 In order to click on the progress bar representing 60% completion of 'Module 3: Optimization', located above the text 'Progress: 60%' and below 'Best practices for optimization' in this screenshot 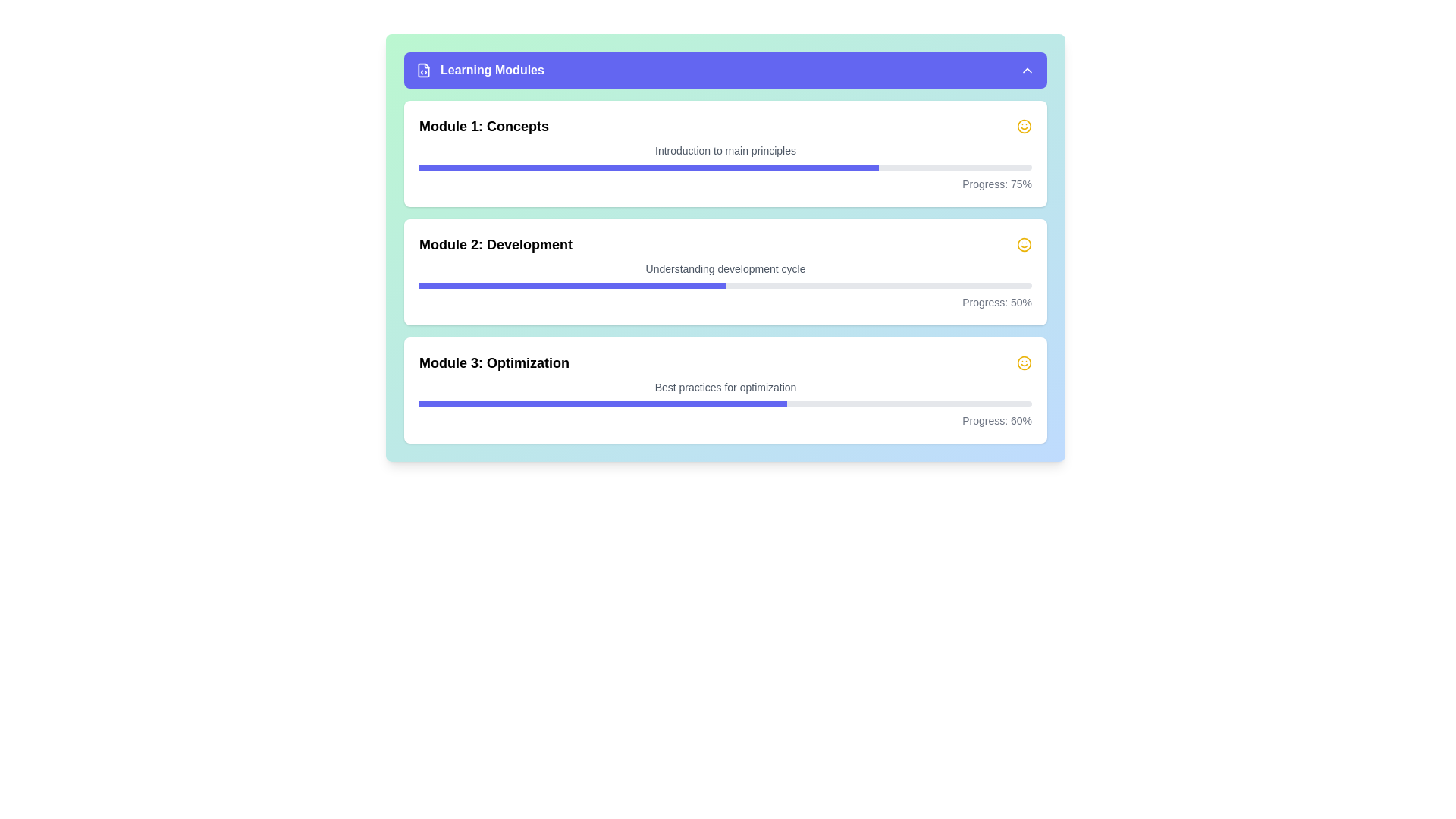, I will do `click(724, 403)`.